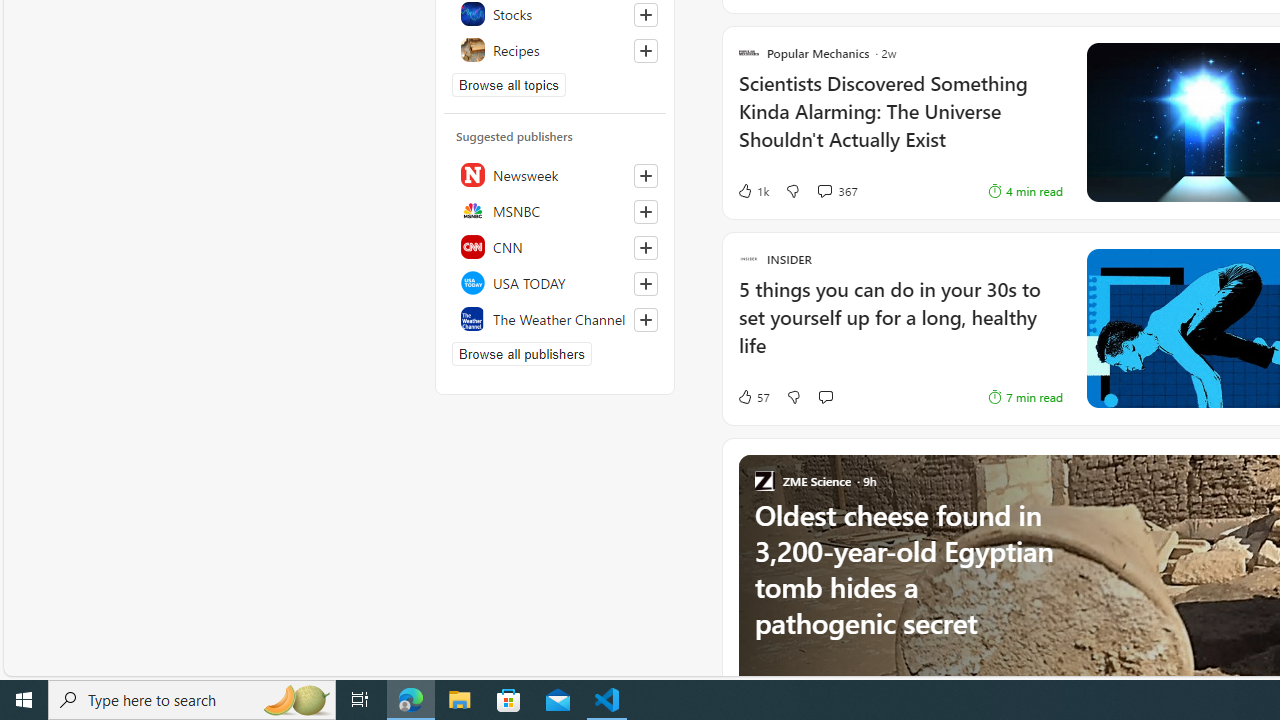 Image resolution: width=1280 pixels, height=720 pixels. What do you see at coordinates (645, 49) in the screenshot?
I see `'Follow this topic'` at bounding box center [645, 49].